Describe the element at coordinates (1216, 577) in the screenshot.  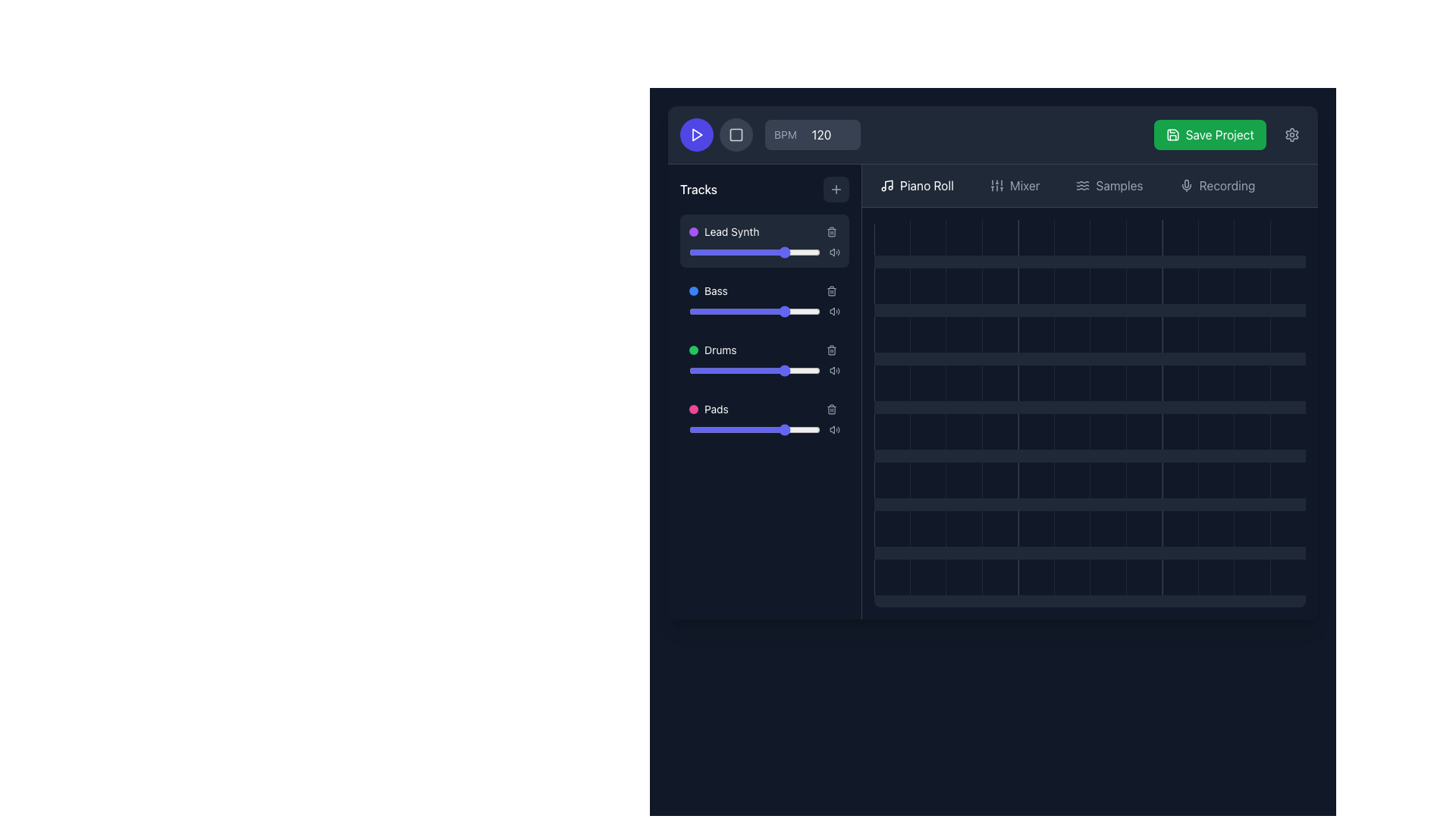
I see `the interactive grid cell located in the last row and ninth column of the grid to observe the visual feedback on hover` at that location.